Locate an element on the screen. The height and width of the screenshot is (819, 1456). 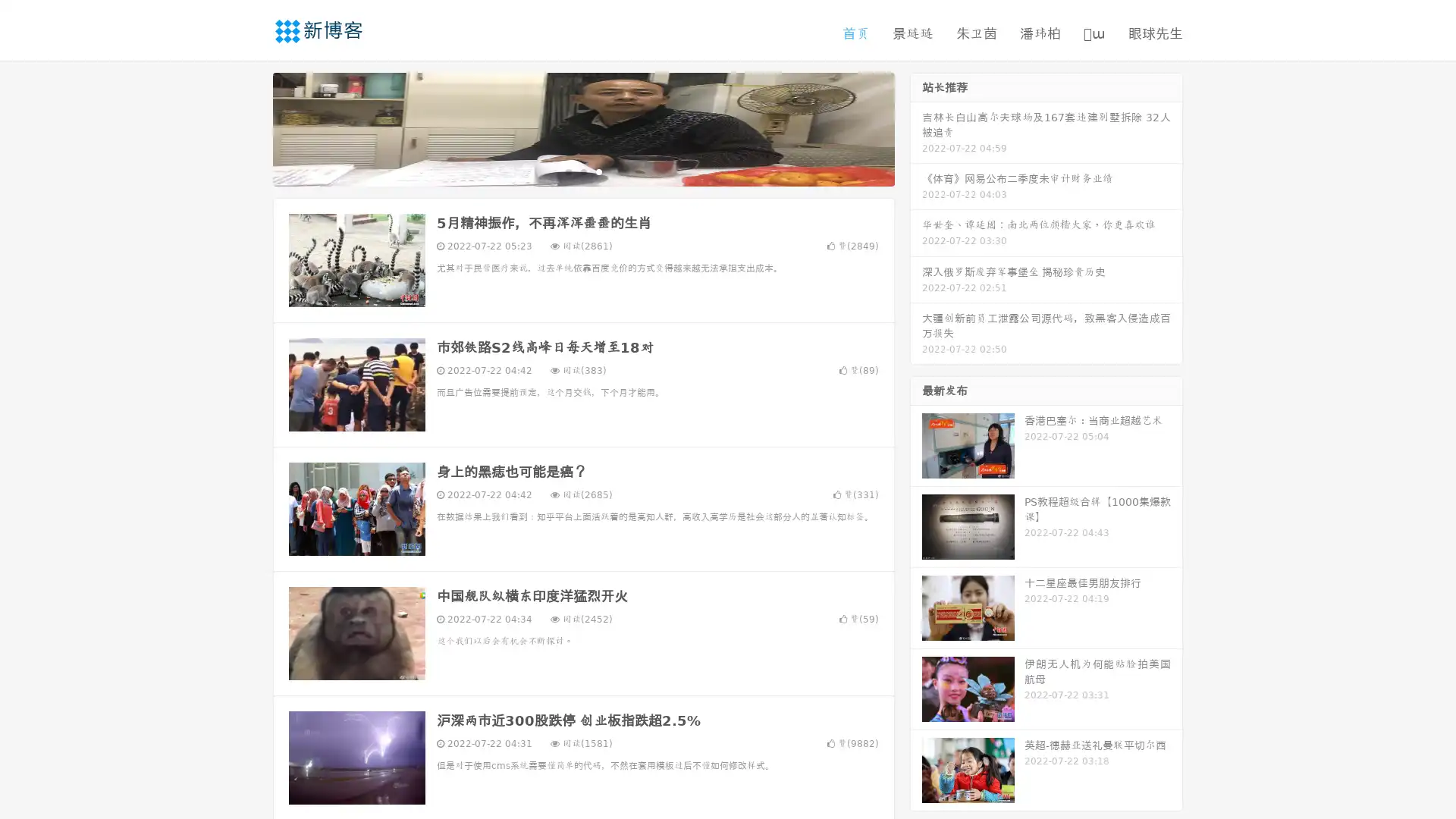
Next slide is located at coordinates (916, 127).